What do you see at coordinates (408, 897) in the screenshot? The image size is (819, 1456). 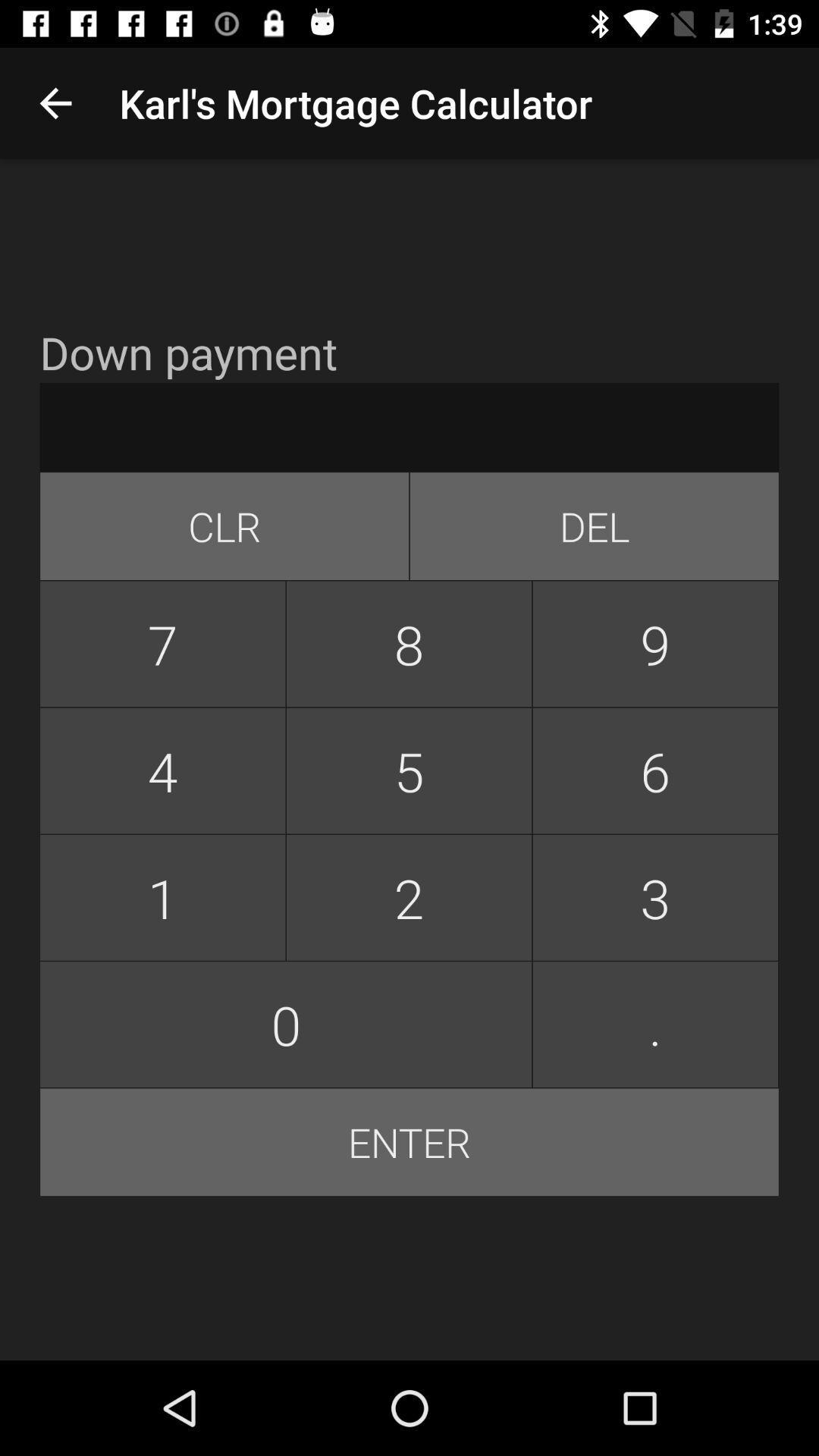 I see `item below 4 button` at bounding box center [408, 897].